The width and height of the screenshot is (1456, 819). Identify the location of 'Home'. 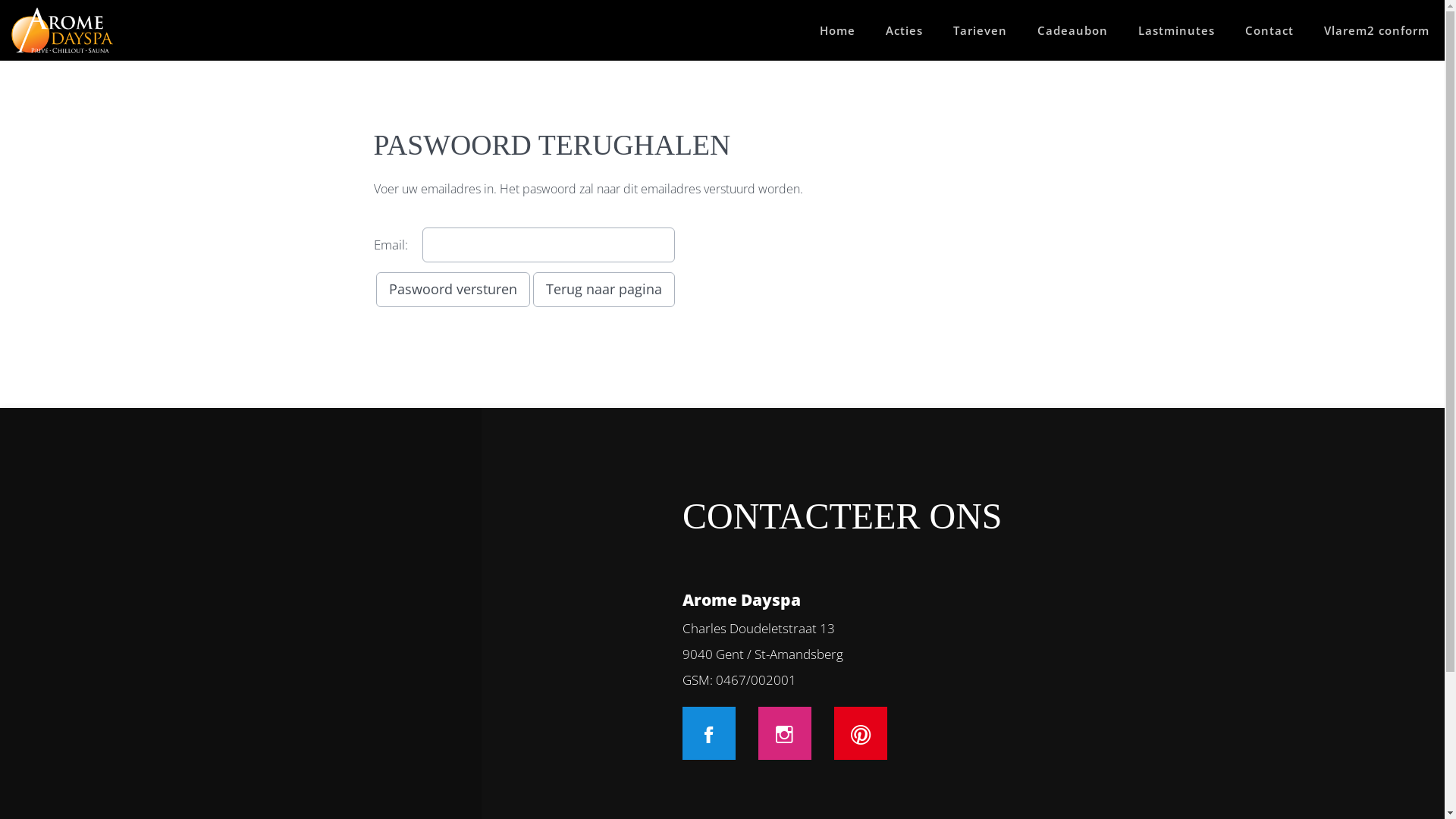
(803, 30).